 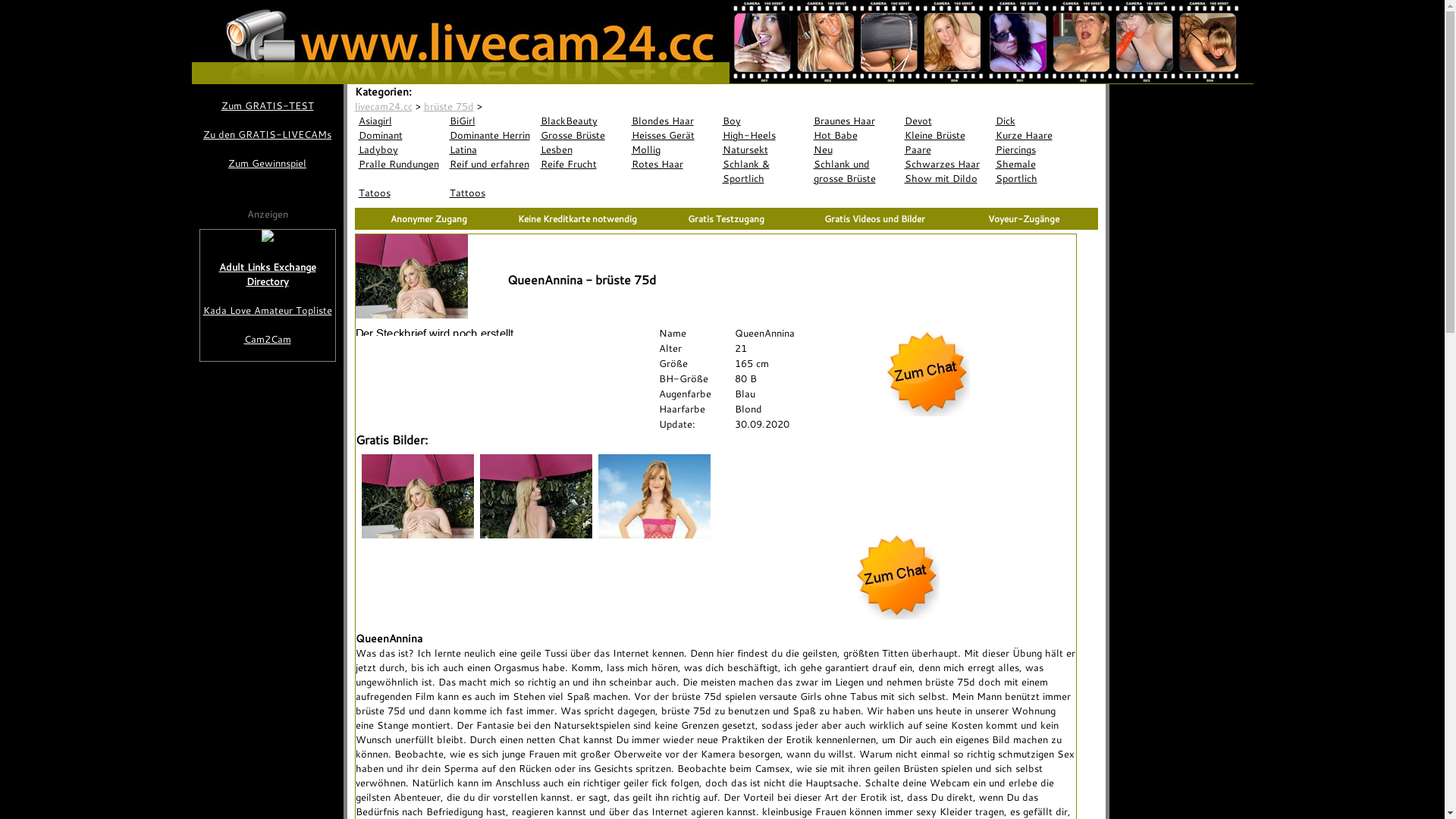 I want to click on 'Paare', so click(x=946, y=149).